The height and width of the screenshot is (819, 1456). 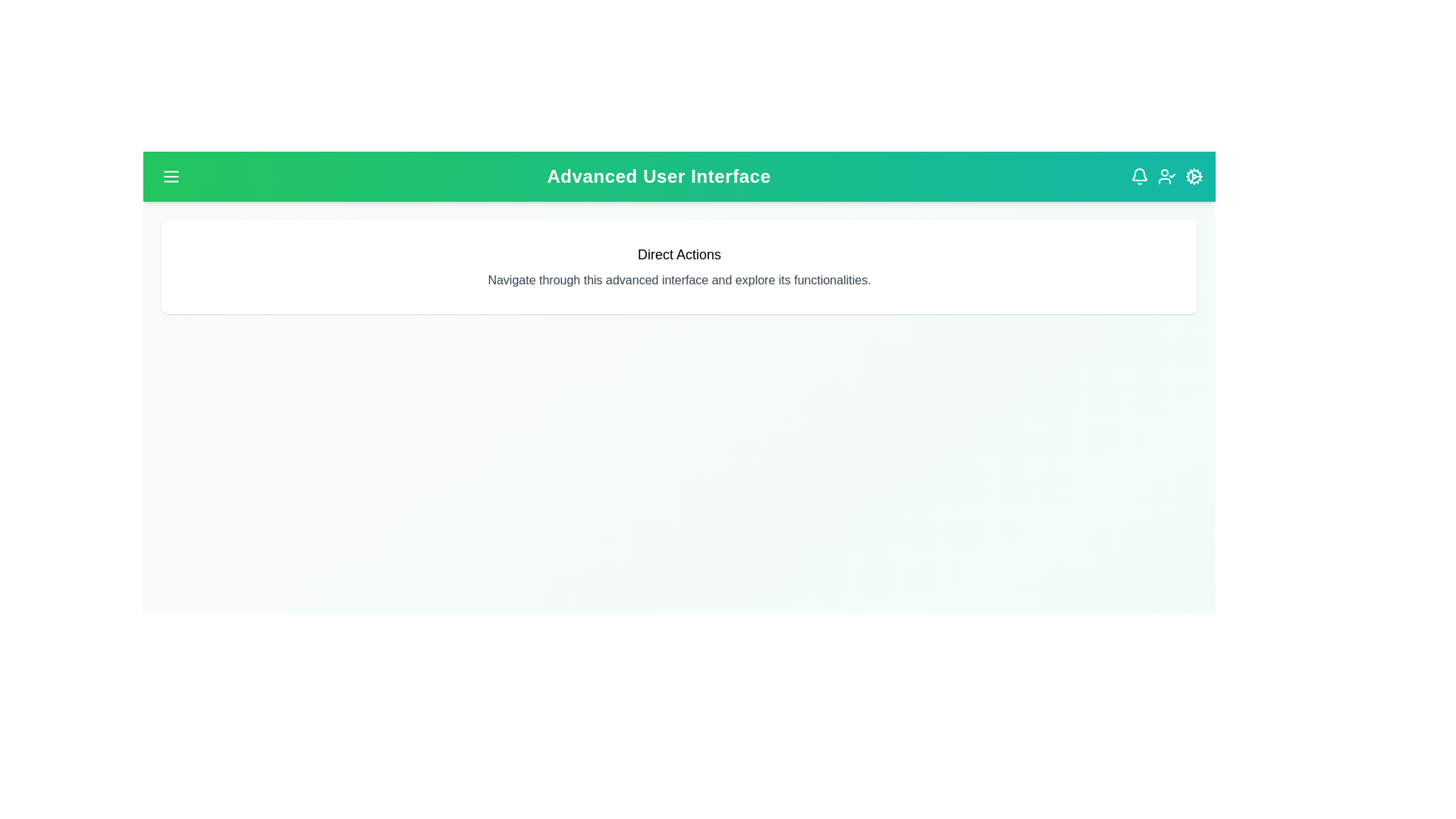 What do you see at coordinates (1193, 175) in the screenshot?
I see `the settings cogwheel icon` at bounding box center [1193, 175].